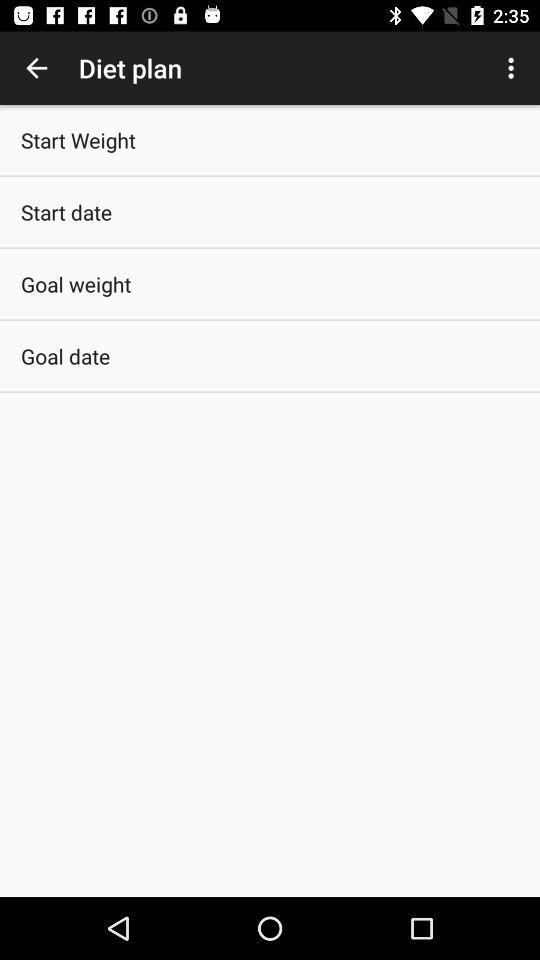 The width and height of the screenshot is (540, 960). Describe the element at coordinates (77, 139) in the screenshot. I see `the icon above the start date item` at that location.